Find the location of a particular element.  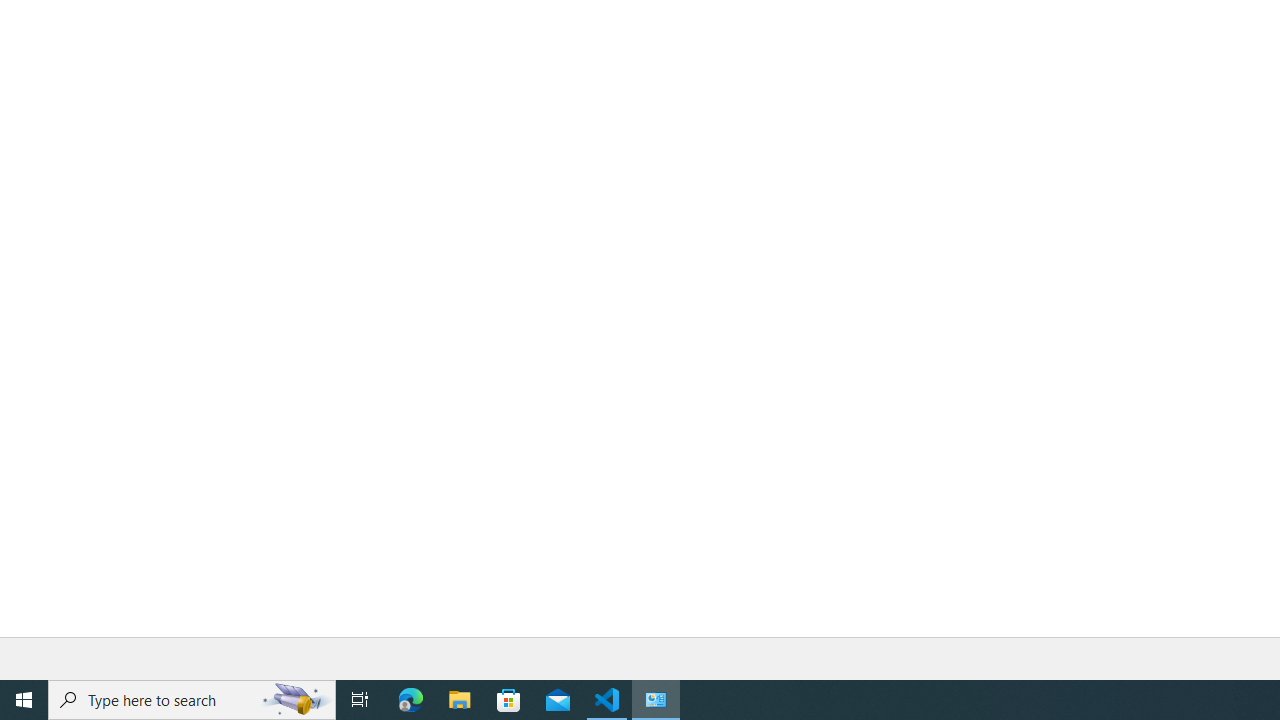

'Control Panel - 1 running window' is located at coordinates (656, 698).